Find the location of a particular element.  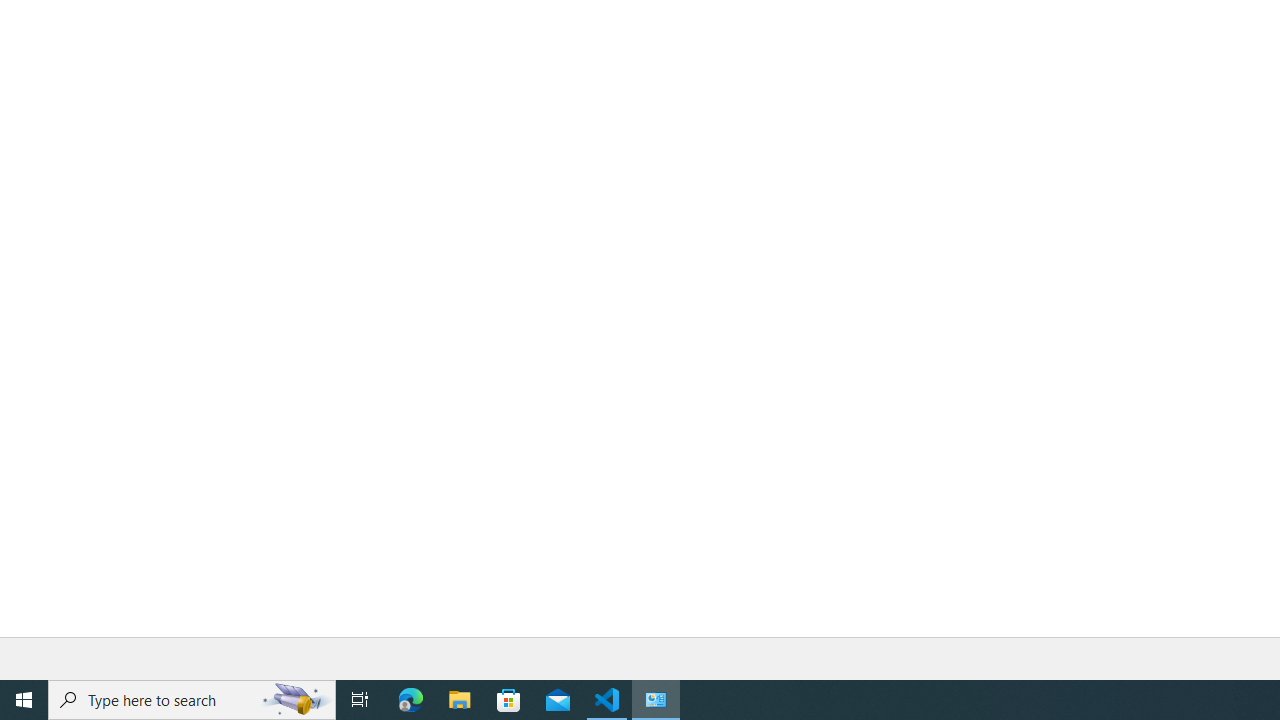

'Control Panel - 1 running window' is located at coordinates (656, 698).